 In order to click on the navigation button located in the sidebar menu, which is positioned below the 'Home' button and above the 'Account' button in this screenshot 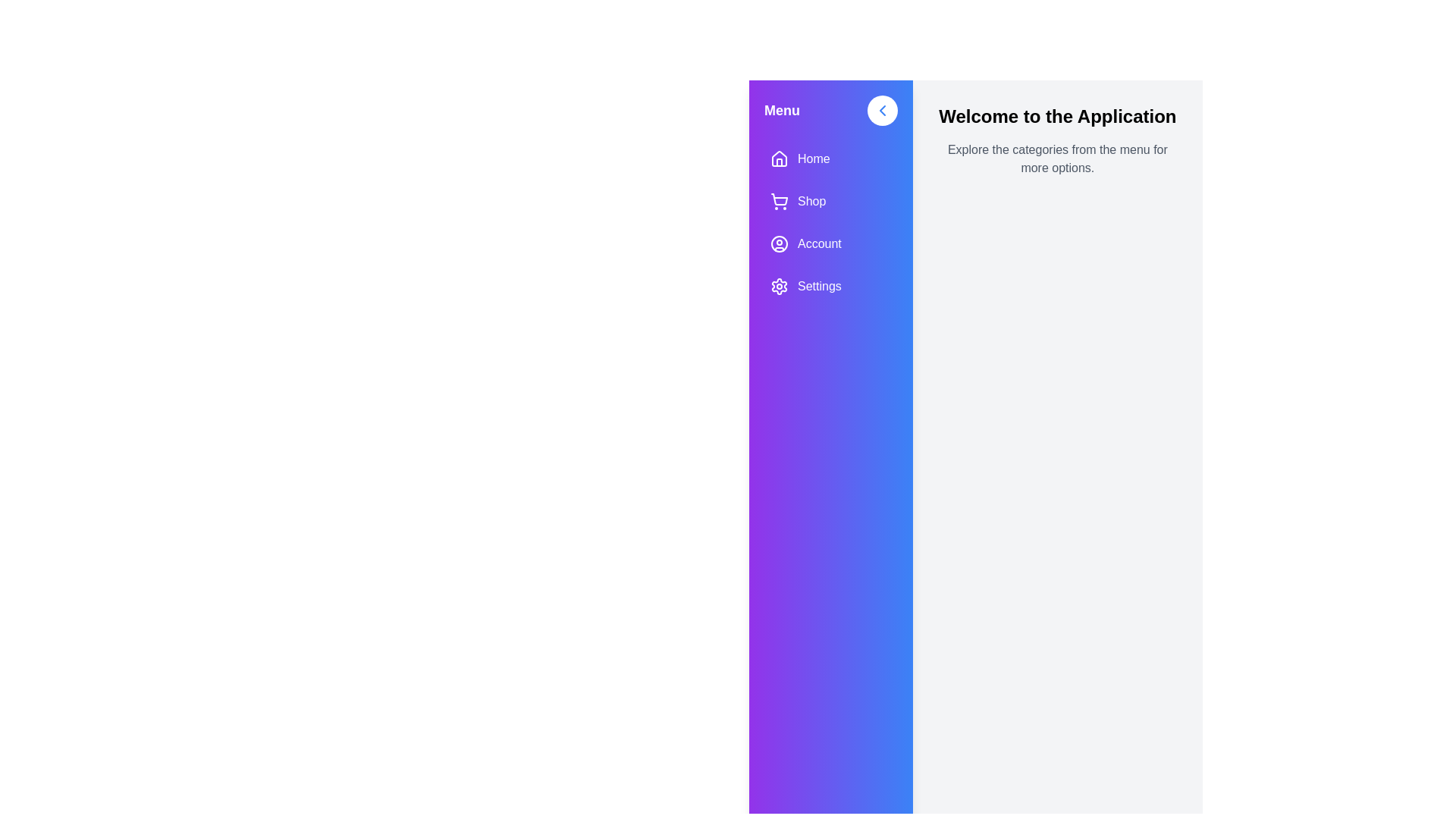, I will do `click(830, 201)`.